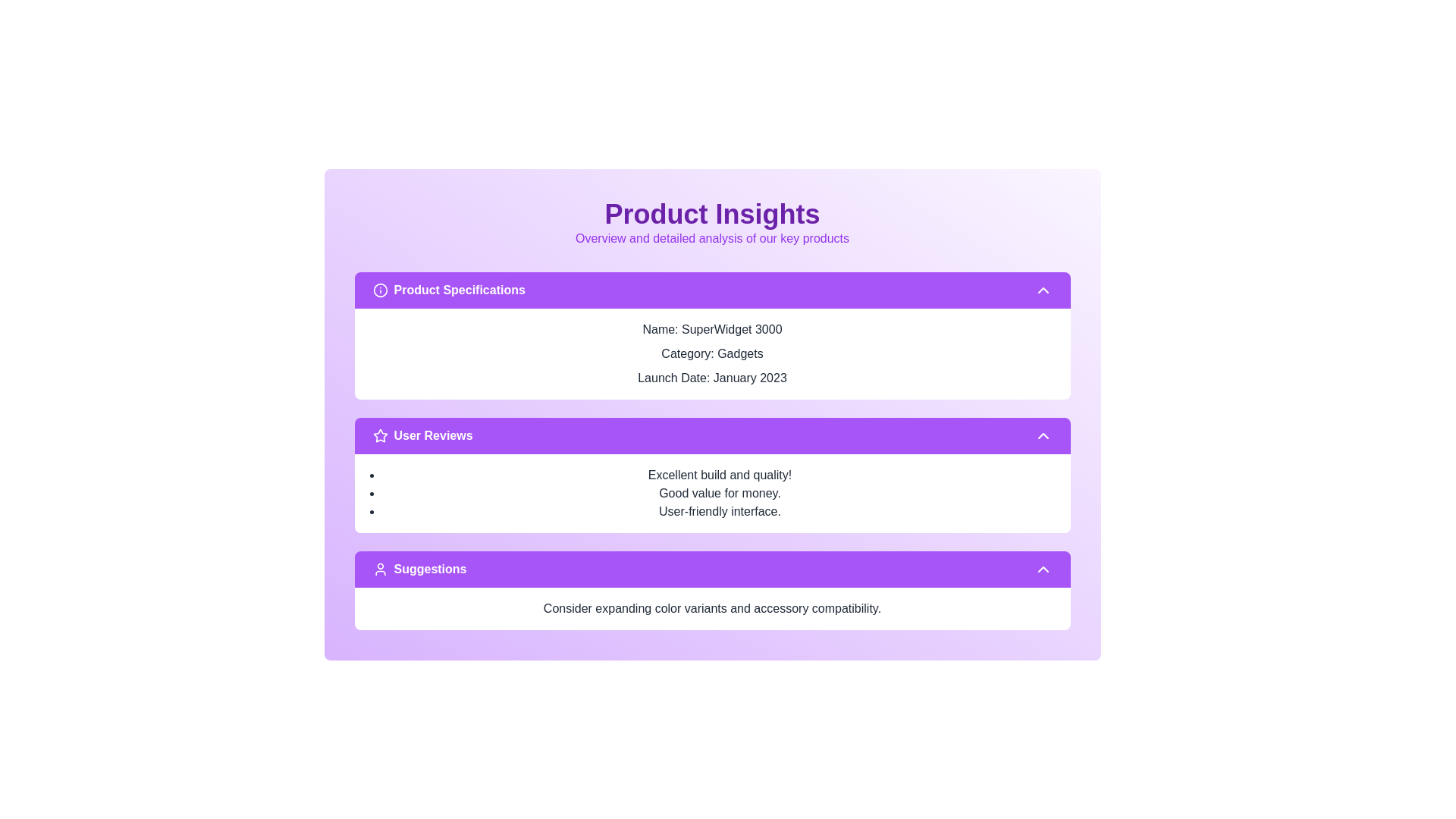 This screenshot has width=1456, height=819. Describe the element at coordinates (1042, 570) in the screenshot. I see `the toggle Icon Button located at the bottom-right corner of the Suggestions section` at that location.